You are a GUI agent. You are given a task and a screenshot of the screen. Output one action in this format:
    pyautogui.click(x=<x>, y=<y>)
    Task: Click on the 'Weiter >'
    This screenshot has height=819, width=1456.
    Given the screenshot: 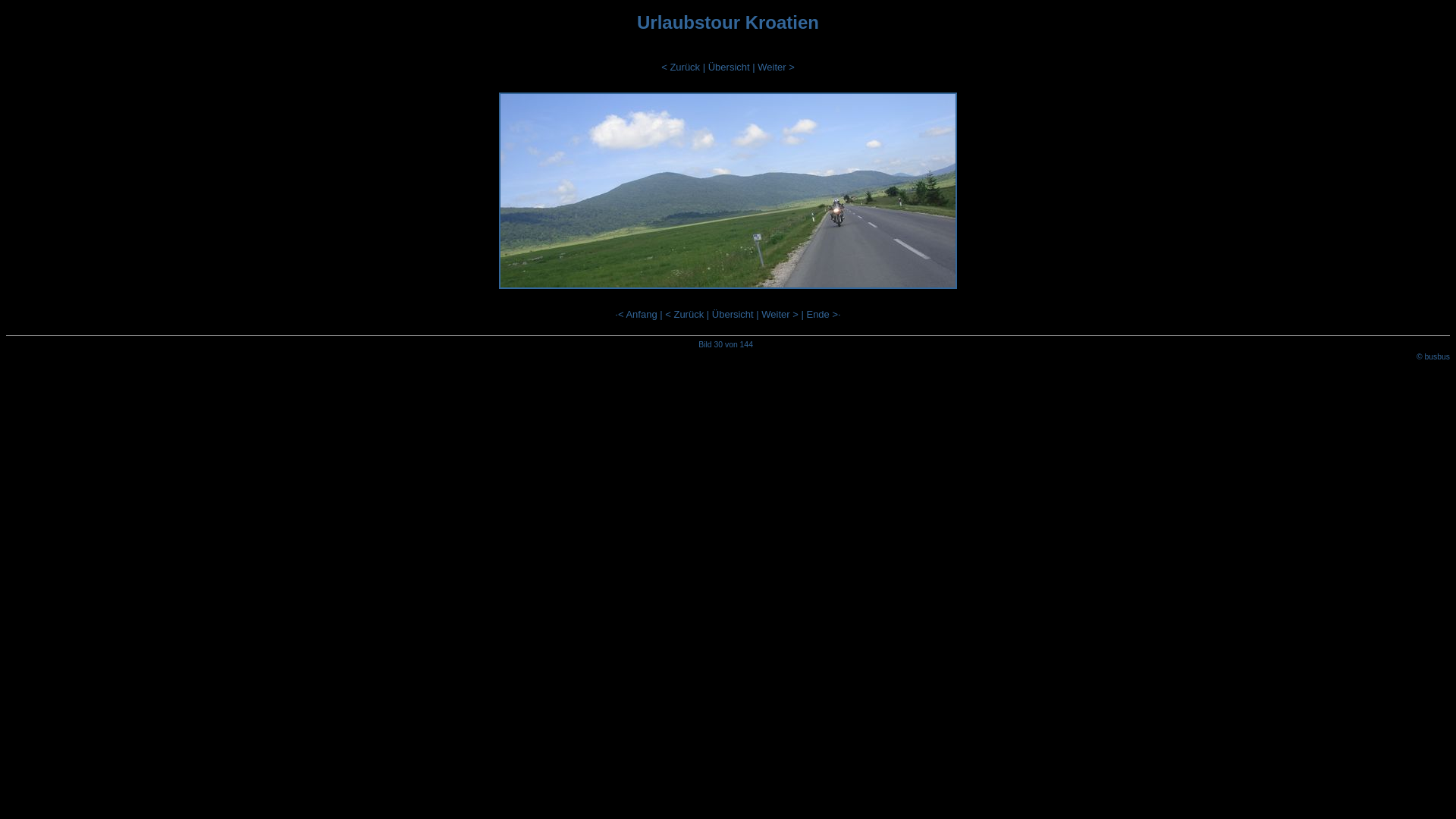 What is the action you would take?
    pyautogui.click(x=757, y=66)
    